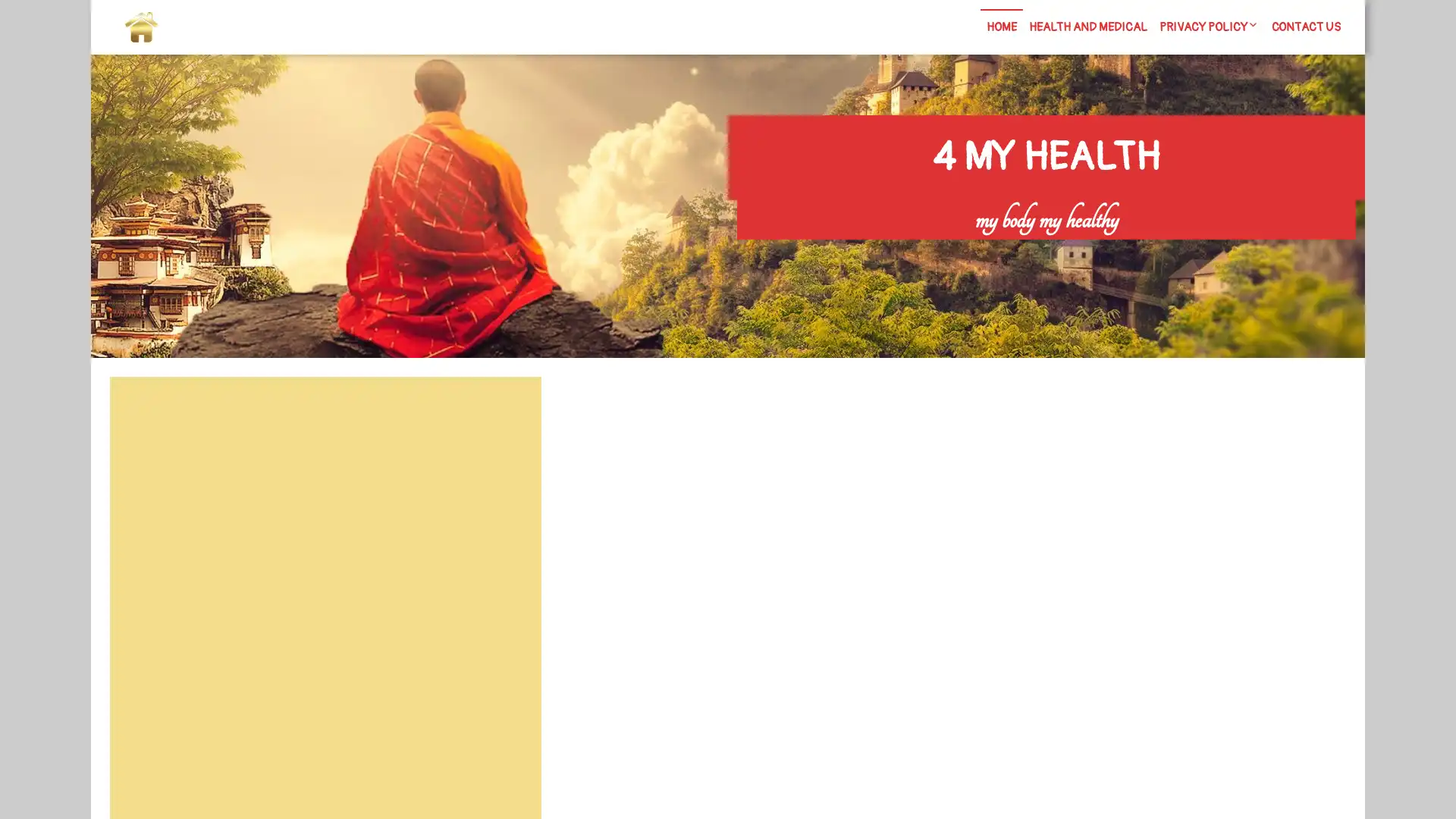 This screenshot has width=1456, height=819. Describe the element at coordinates (506, 413) in the screenshot. I see `Search` at that location.